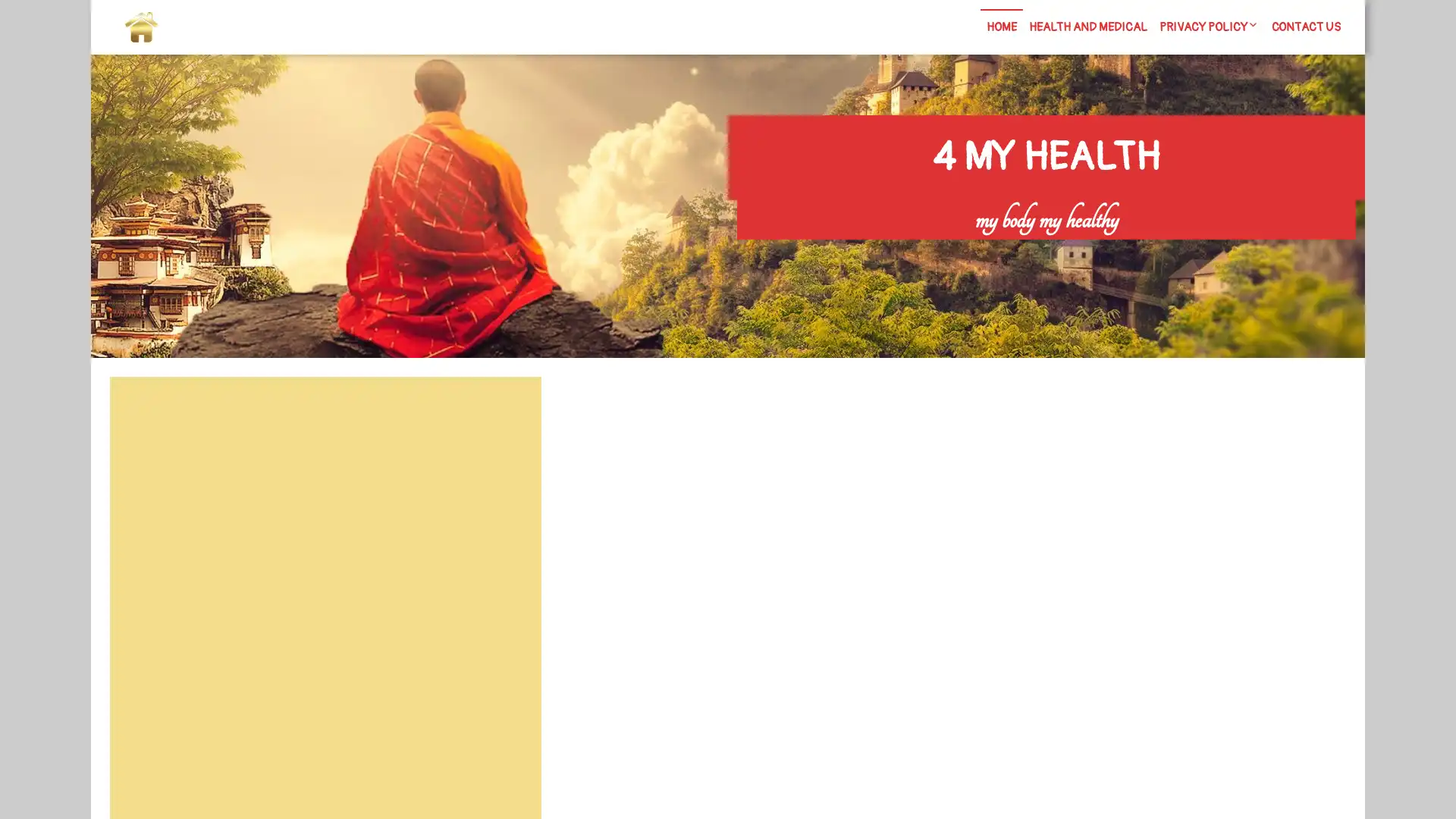 This screenshot has width=1456, height=819. Describe the element at coordinates (506, 413) in the screenshot. I see `Search` at that location.